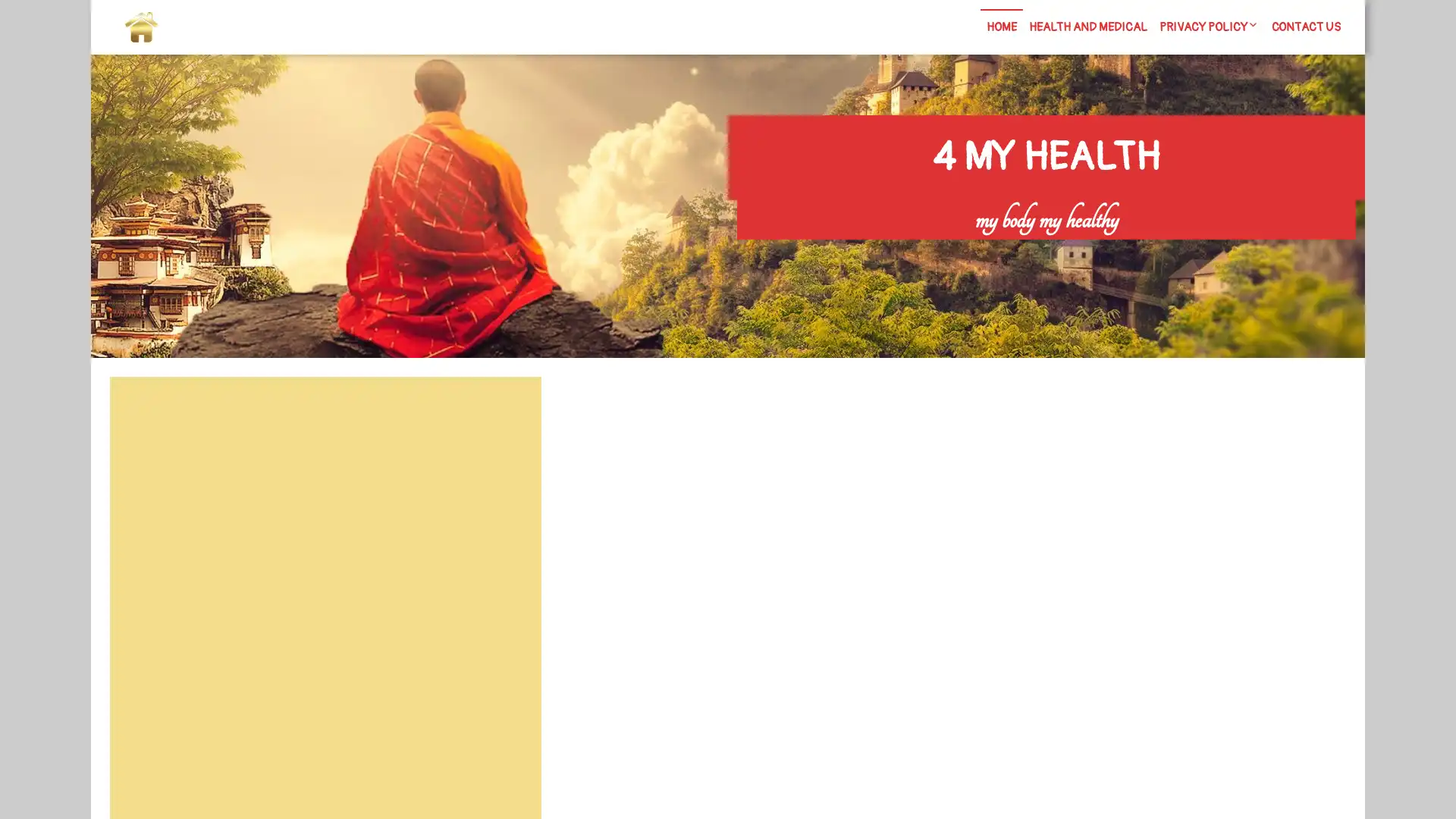 This screenshot has width=1456, height=819. Describe the element at coordinates (506, 413) in the screenshot. I see `Search` at that location.